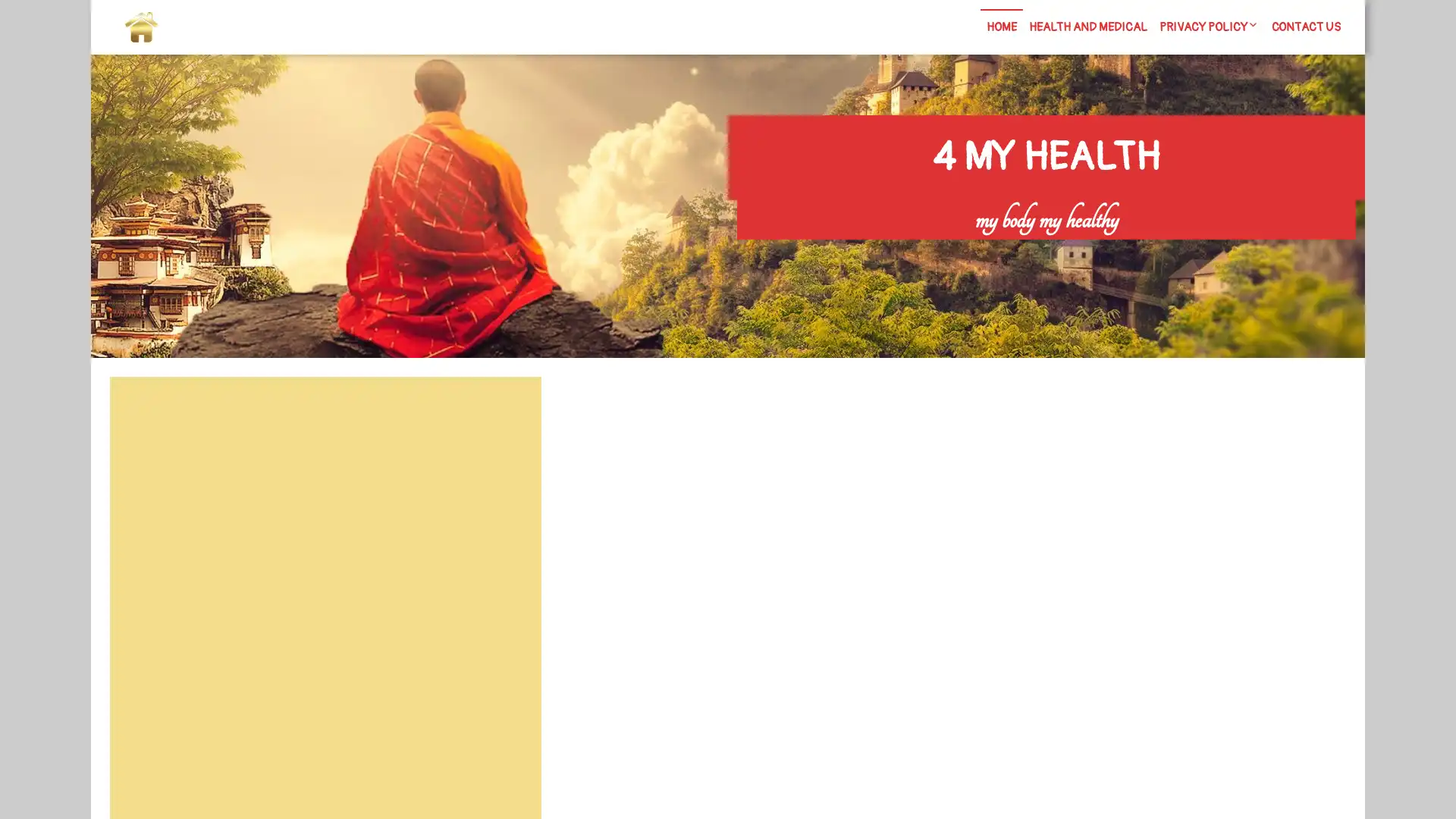 This screenshot has width=1456, height=819. Describe the element at coordinates (506, 413) in the screenshot. I see `Search` at that location.